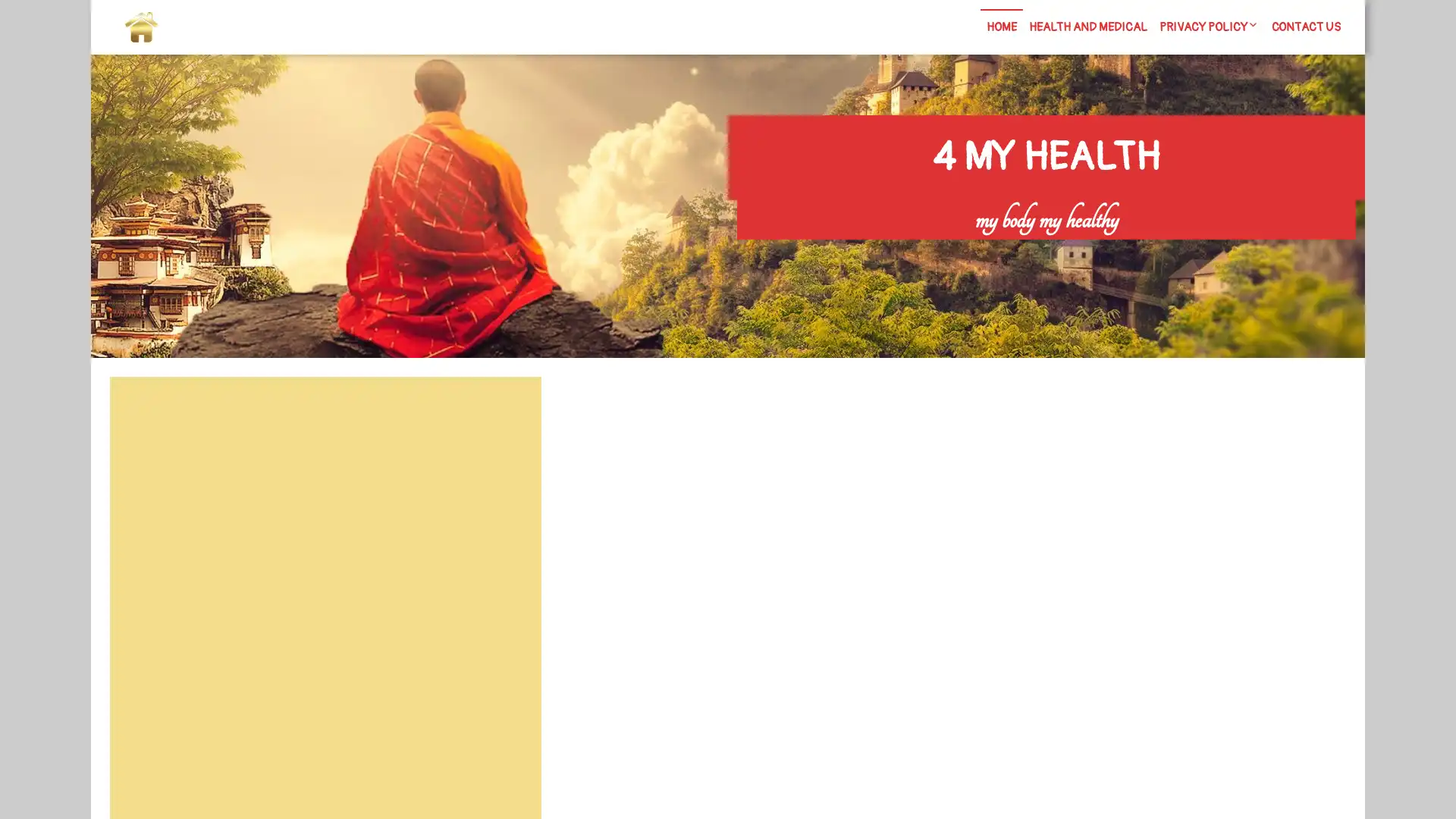 This screenshot has width=1456, height=819. Describe the element at coordinates (506, 413) in the screenshot. I see `Search` at that location.